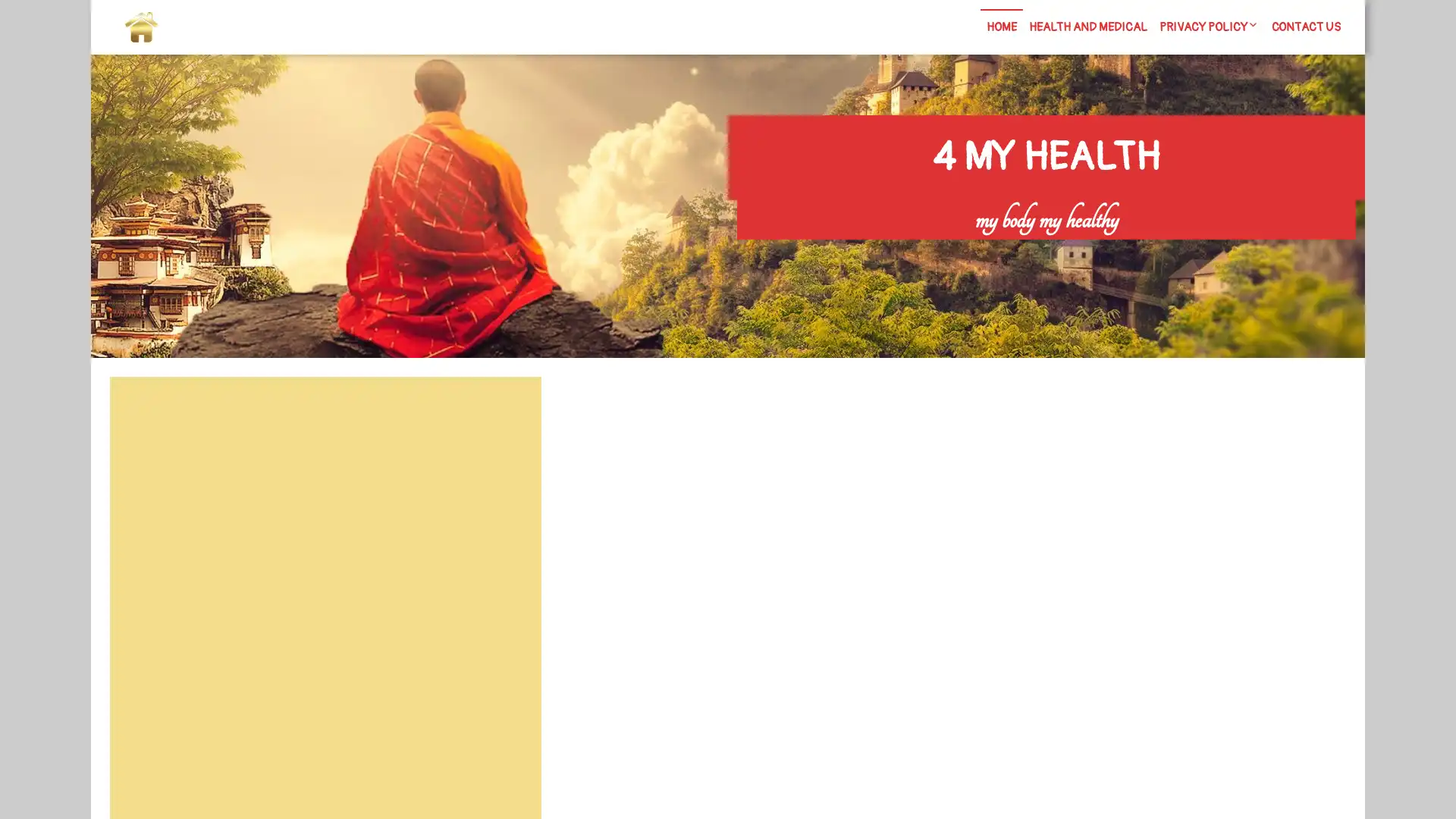 This screenshot has width=1456, height=819. Describe the element at coordinates (506, 413) in the screenshot. I see `Search` at that location.